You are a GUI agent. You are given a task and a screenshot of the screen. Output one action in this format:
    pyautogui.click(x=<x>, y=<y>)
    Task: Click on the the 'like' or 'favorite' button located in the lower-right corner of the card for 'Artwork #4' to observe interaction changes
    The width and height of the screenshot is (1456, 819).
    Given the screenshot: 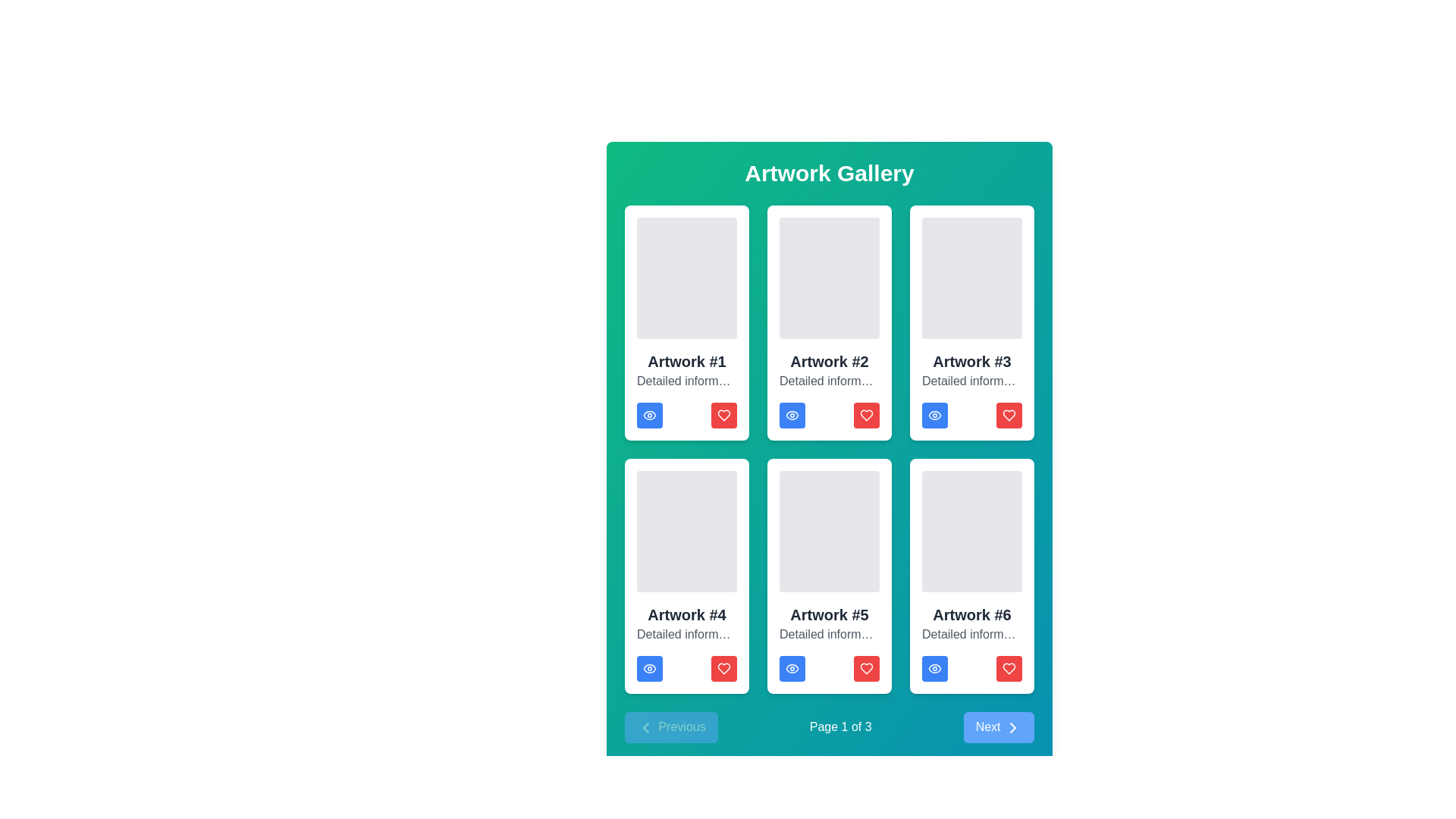 What is the action you would take?
    pyautogui.click(x=723, y=668)
    